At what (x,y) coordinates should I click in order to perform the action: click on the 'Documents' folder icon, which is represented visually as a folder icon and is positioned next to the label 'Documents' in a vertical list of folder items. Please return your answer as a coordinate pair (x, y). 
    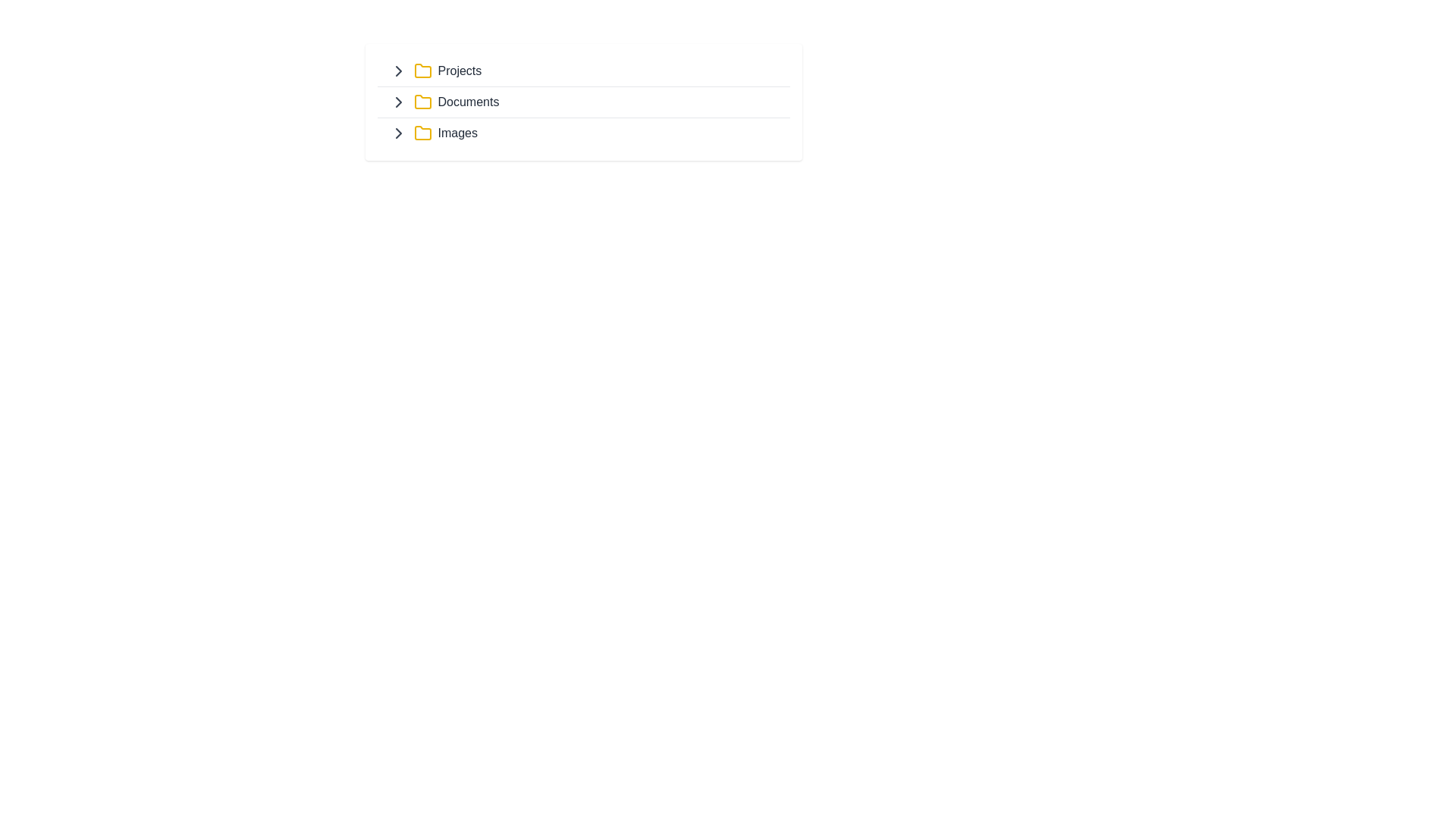
    Looking at the image, I should click on (422, 102).